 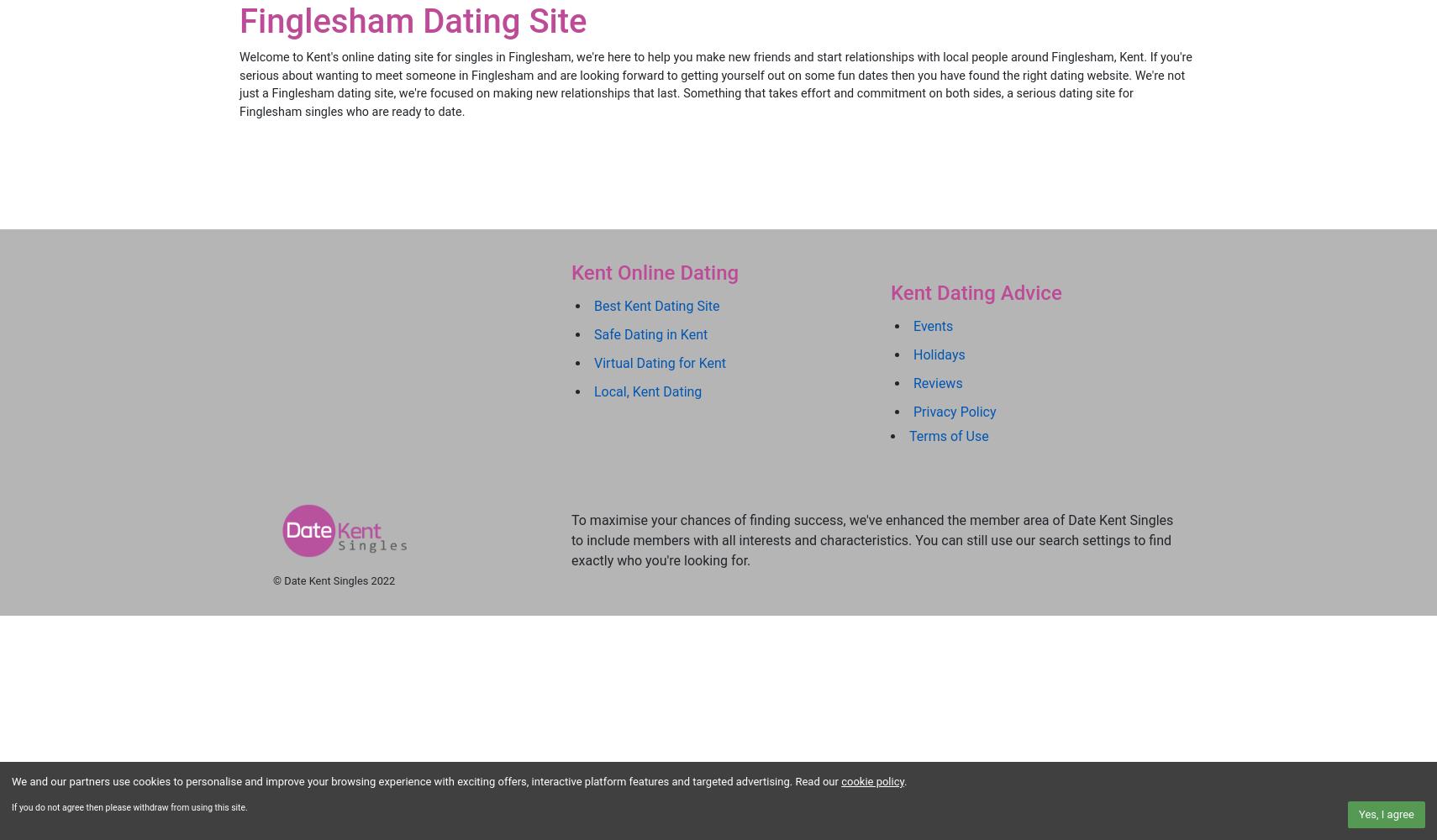 I want to click on 'Events', so click(x=932, y=325).